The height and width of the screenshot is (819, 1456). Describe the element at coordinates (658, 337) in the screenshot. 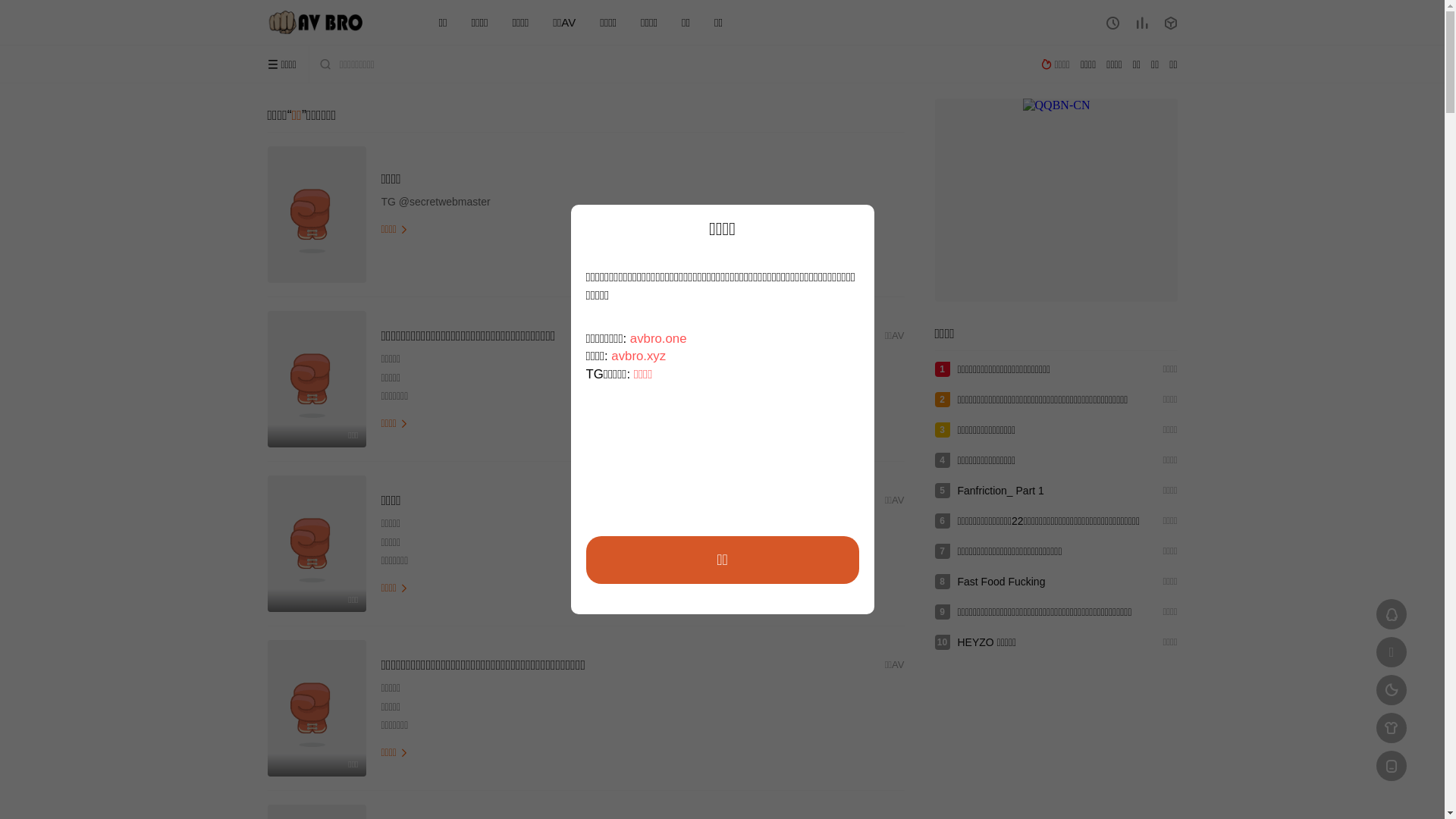

I see `'avbro.one'` at that location.